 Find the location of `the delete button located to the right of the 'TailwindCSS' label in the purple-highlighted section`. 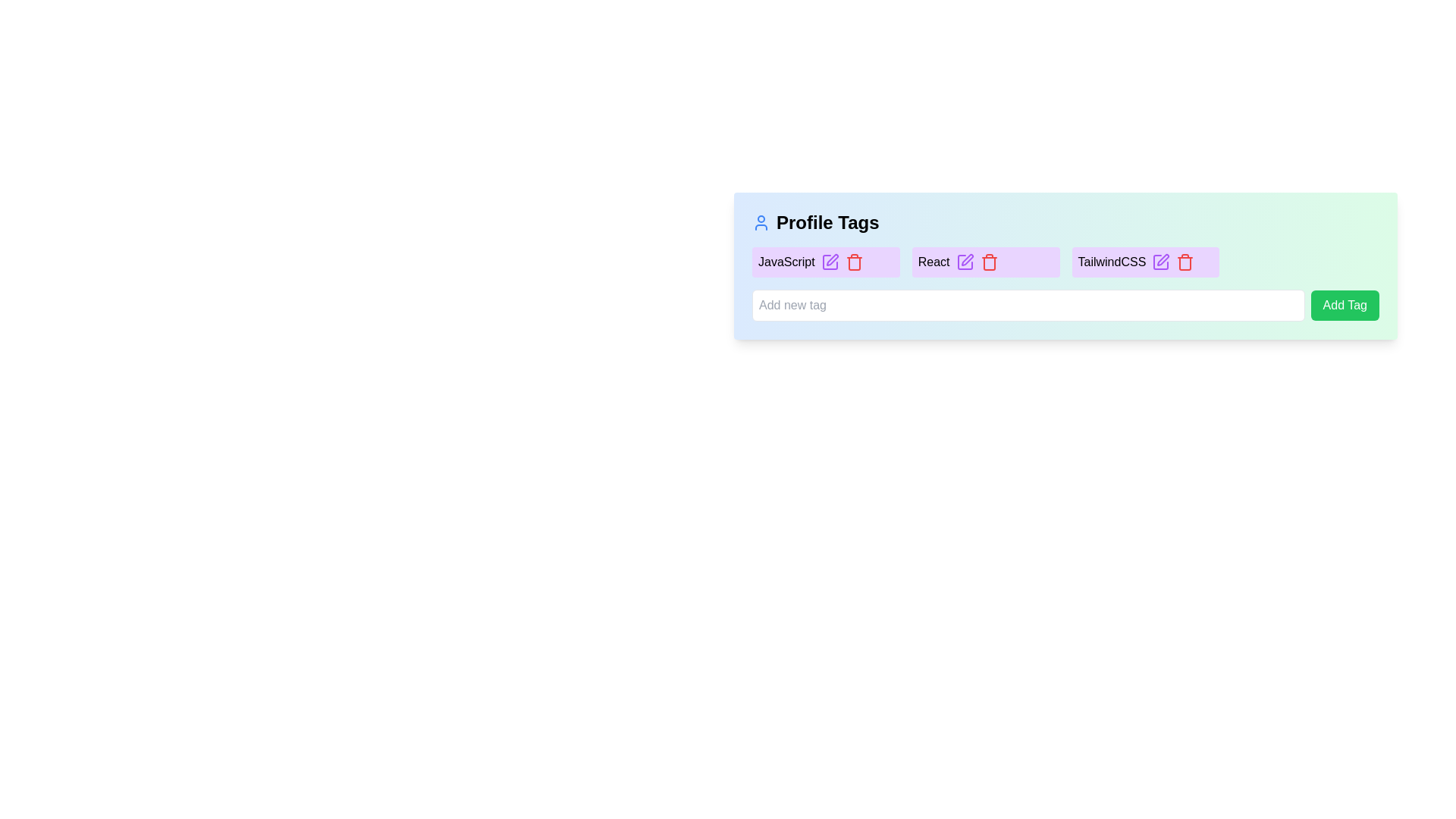

the delete button located to the right of the 'TailwindCSS' label in the purple-highlighted section is located at coordinates (1185, 262).